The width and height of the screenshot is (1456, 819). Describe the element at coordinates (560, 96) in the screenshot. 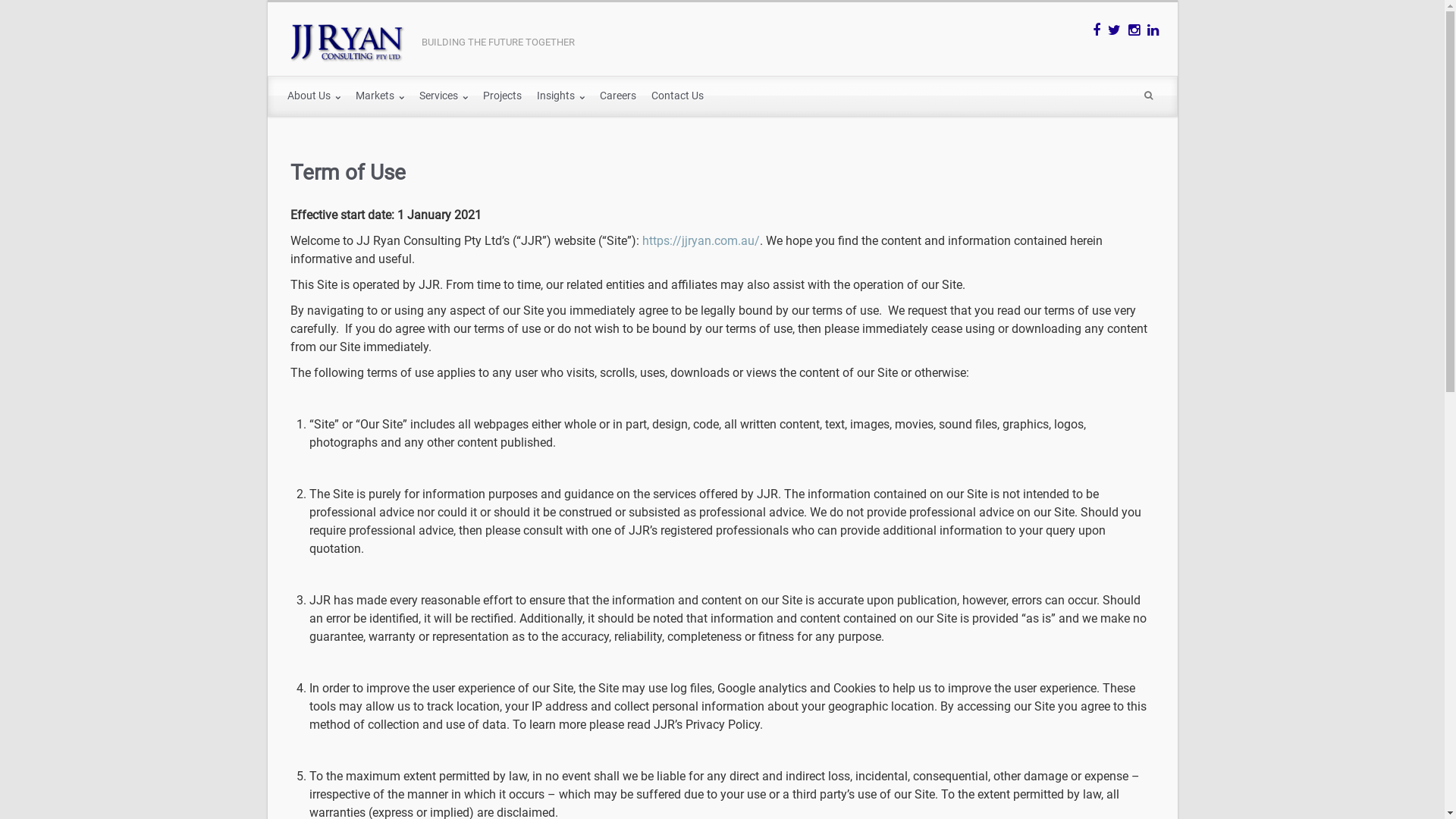

I see `'Insights'` at that location.